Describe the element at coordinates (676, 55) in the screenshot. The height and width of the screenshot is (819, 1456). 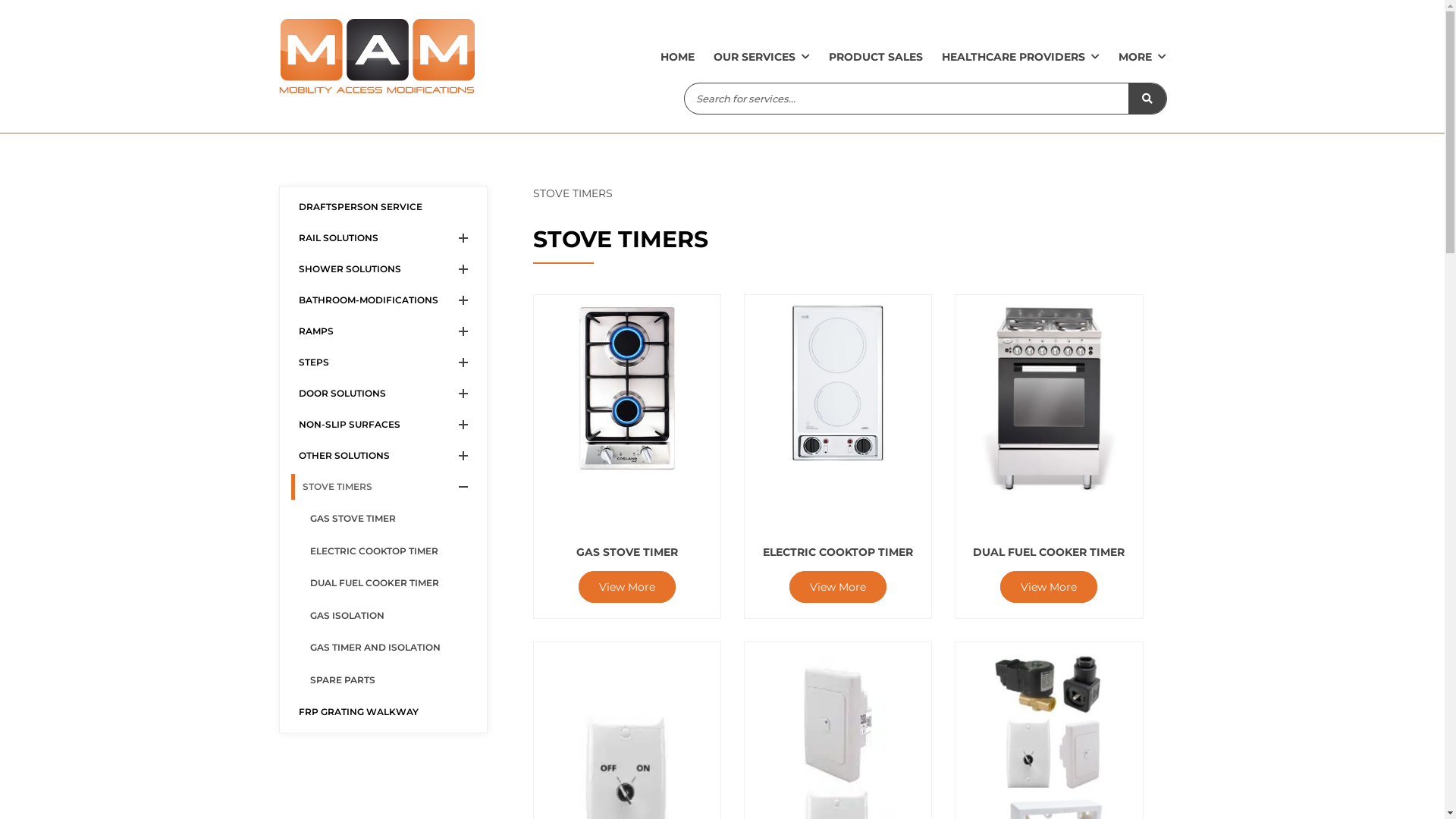
I see `'HOME'` at that location.